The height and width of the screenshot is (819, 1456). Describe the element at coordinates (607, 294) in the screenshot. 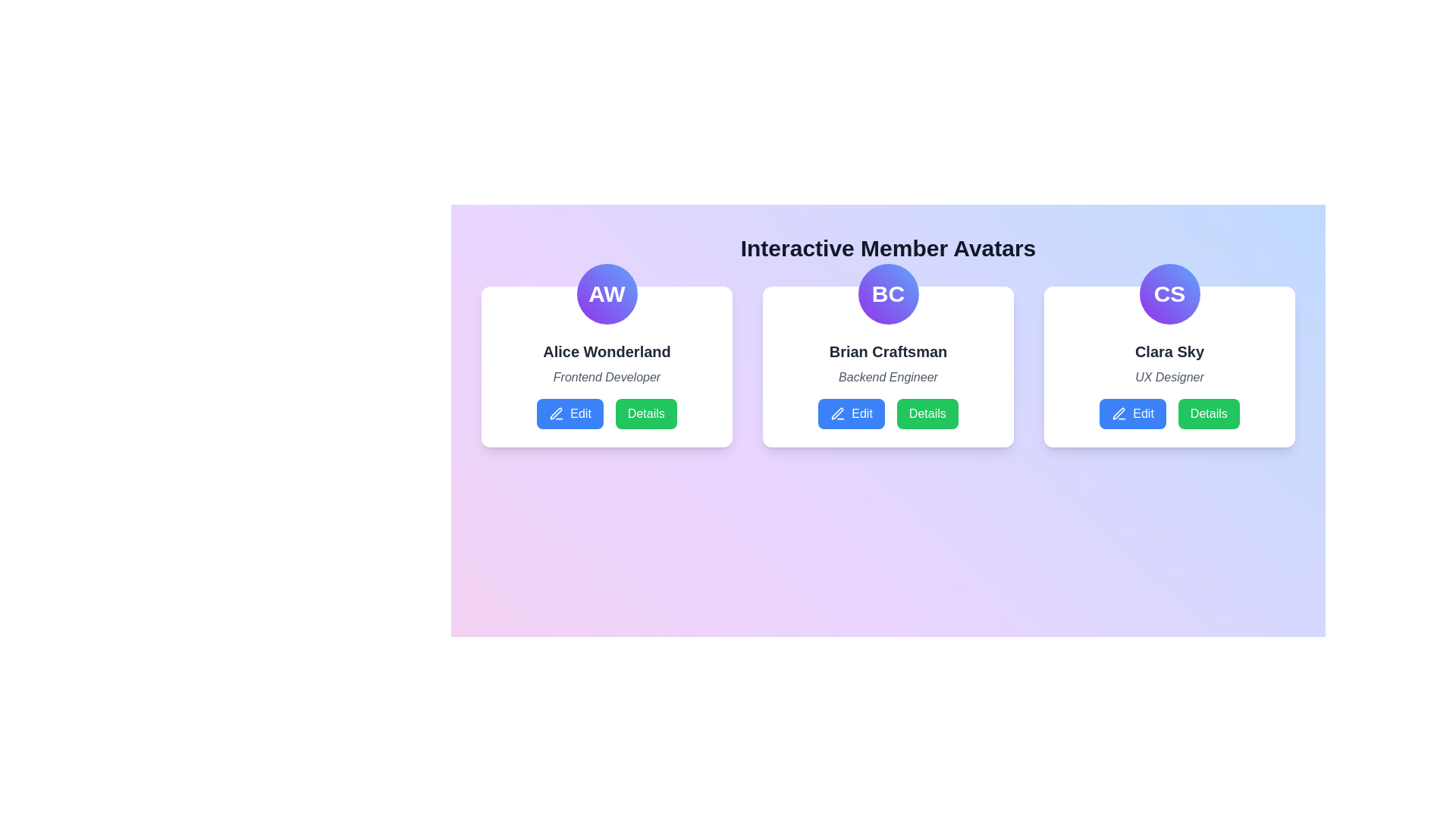

I see `the circular badge avatar displaying 'AW' in white, which is centered above the card for 'Alice Wonderland'` at that location.